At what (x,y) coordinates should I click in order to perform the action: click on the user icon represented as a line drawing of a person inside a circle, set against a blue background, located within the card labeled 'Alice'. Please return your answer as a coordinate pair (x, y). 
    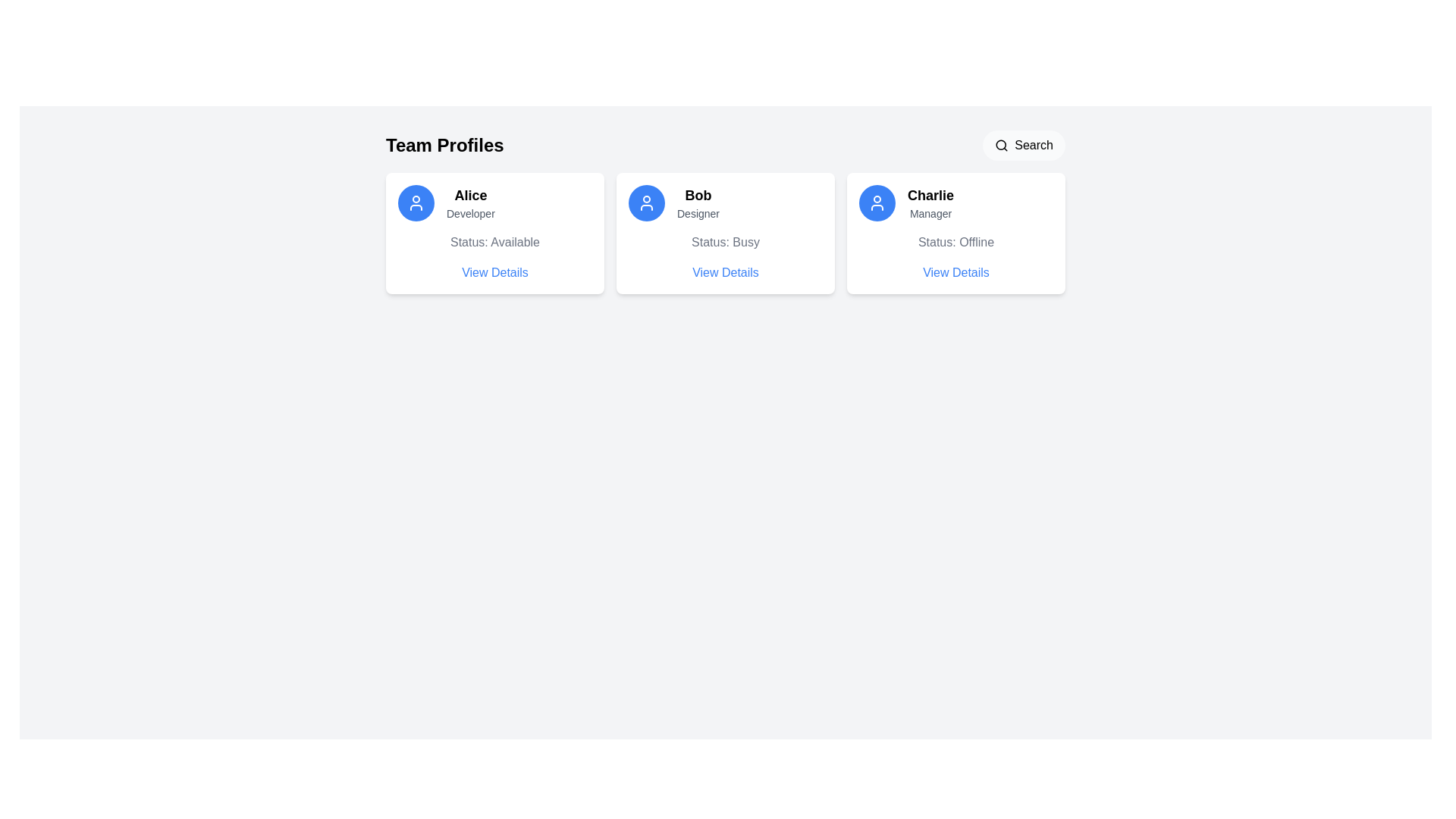
    Looking at the image, I should click on (416, 202).